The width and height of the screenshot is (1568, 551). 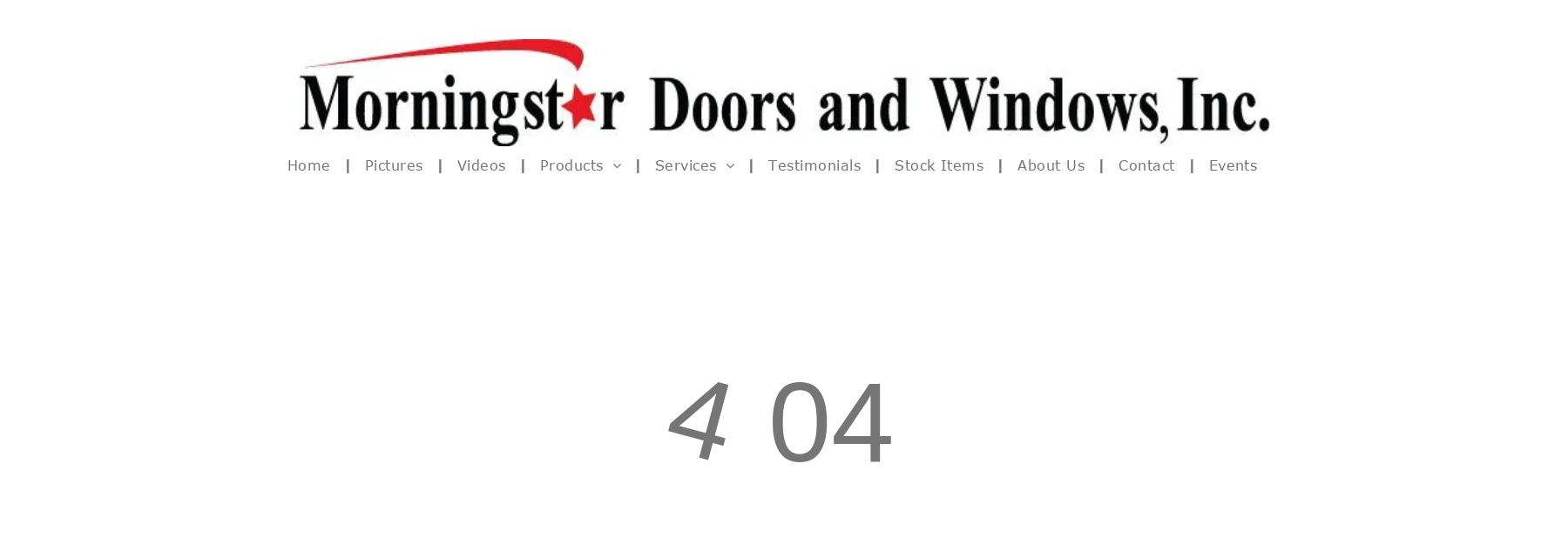 I want to click on 'Andersen vs Weather Shield', so click(x=551, y=503).